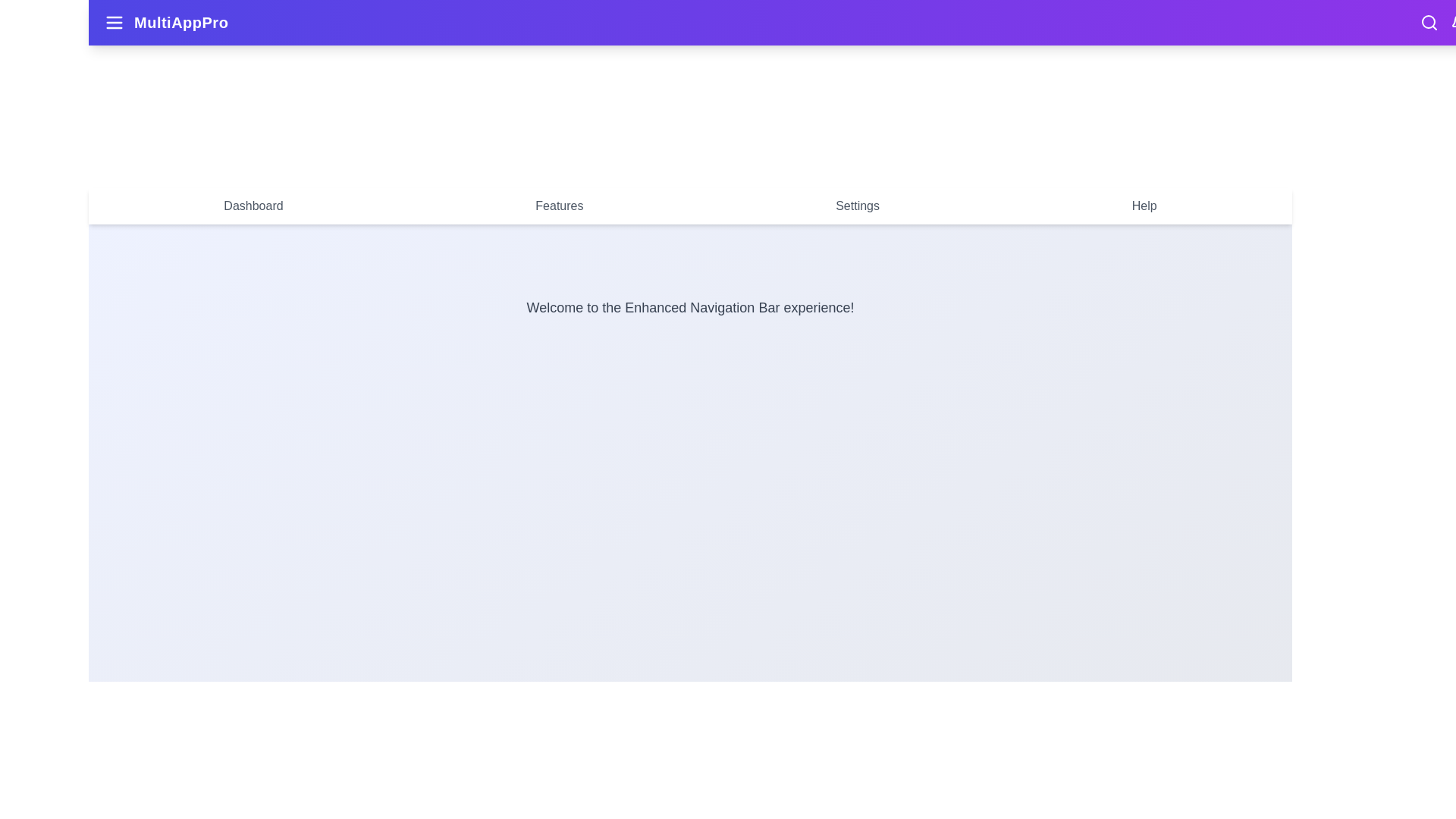  Describe the element at coordinates (858, 206) in the screenshot. I see `the navigation menu item labeled Settings` at that location.